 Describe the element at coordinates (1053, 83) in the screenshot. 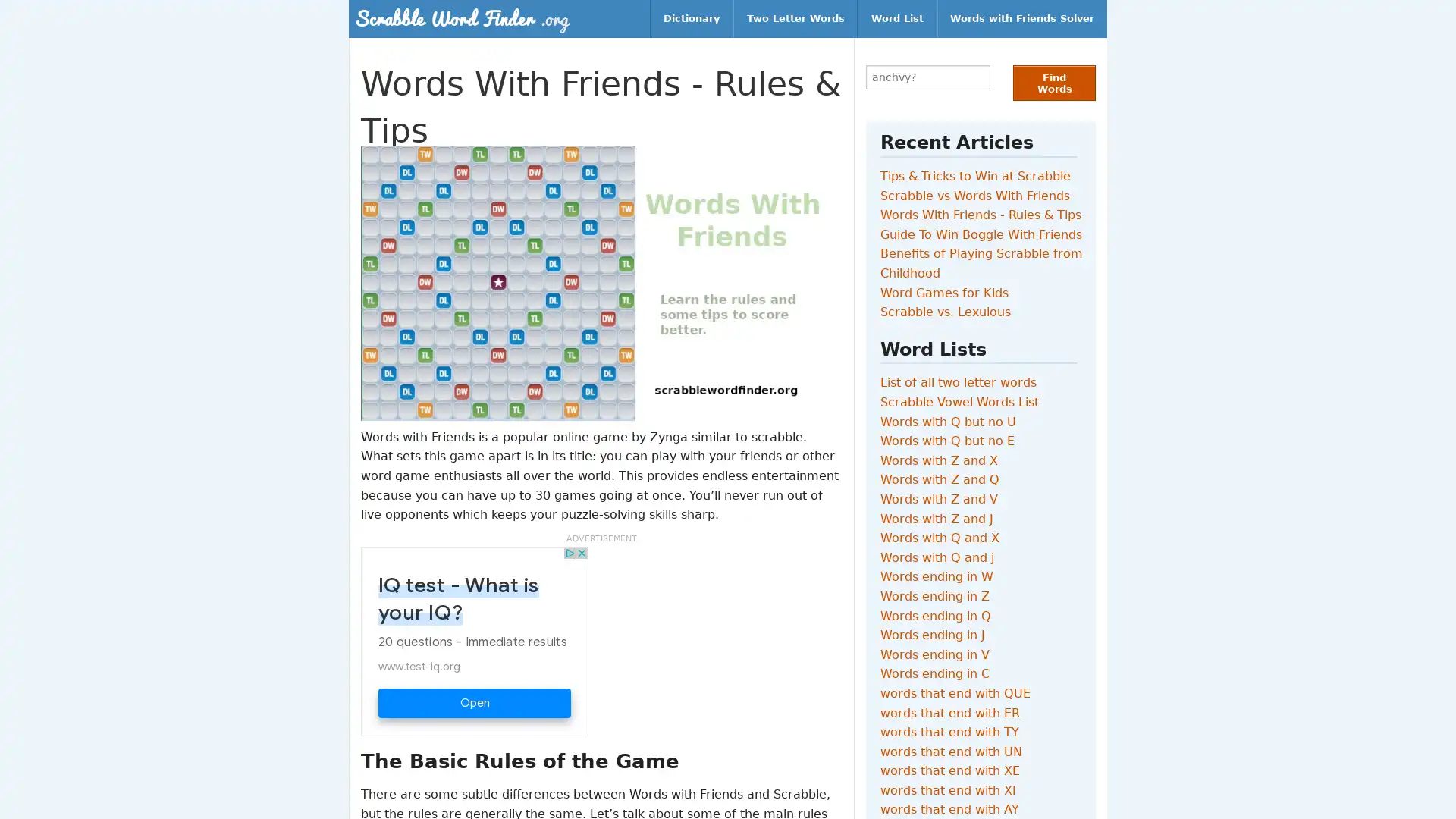

I see `Find Words` at that location.